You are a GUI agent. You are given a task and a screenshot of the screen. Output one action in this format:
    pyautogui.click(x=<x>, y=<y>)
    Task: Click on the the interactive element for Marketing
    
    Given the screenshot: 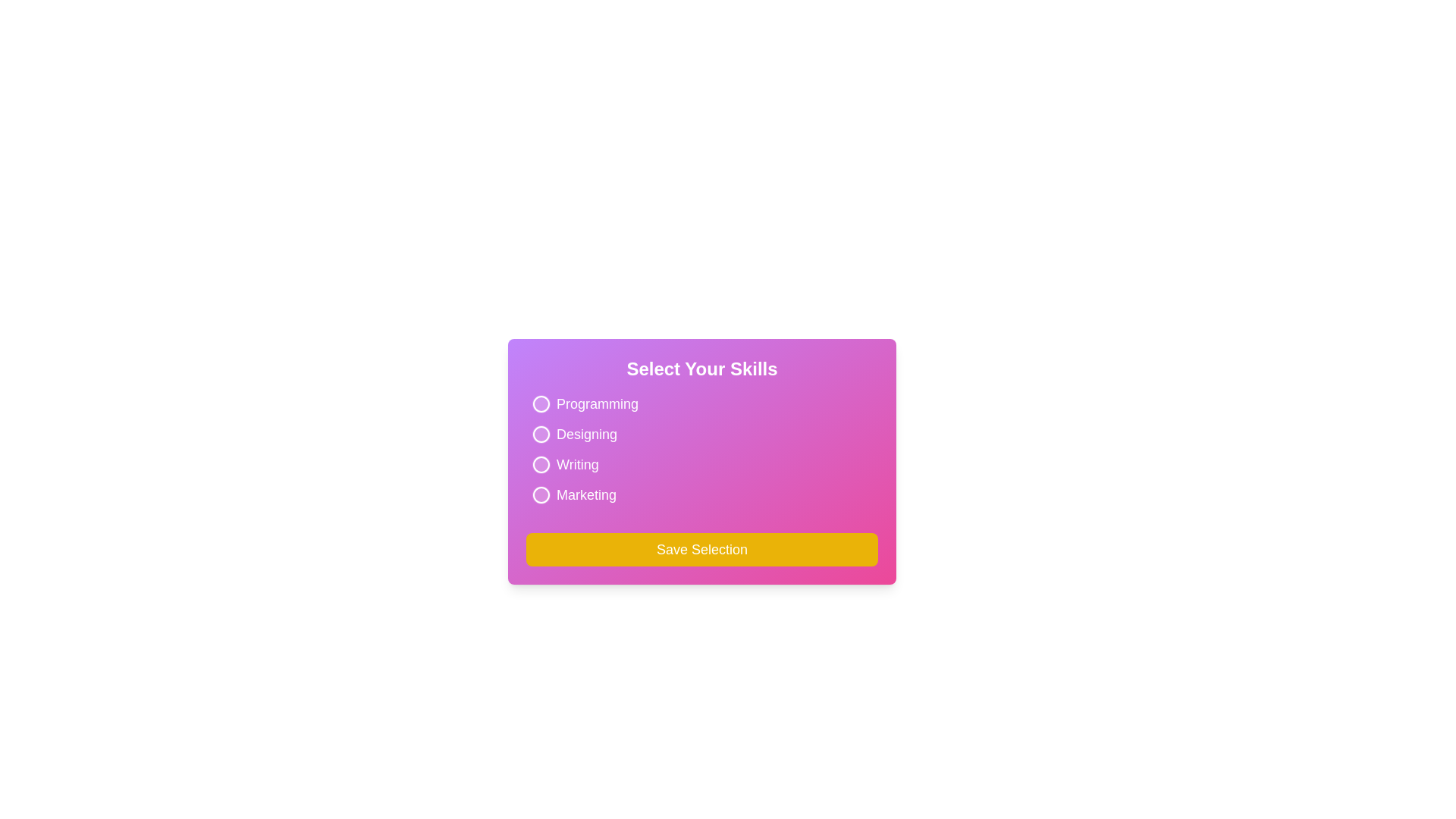 What is the action you would take?
    pyautogui.click(x=570, y=494)
    